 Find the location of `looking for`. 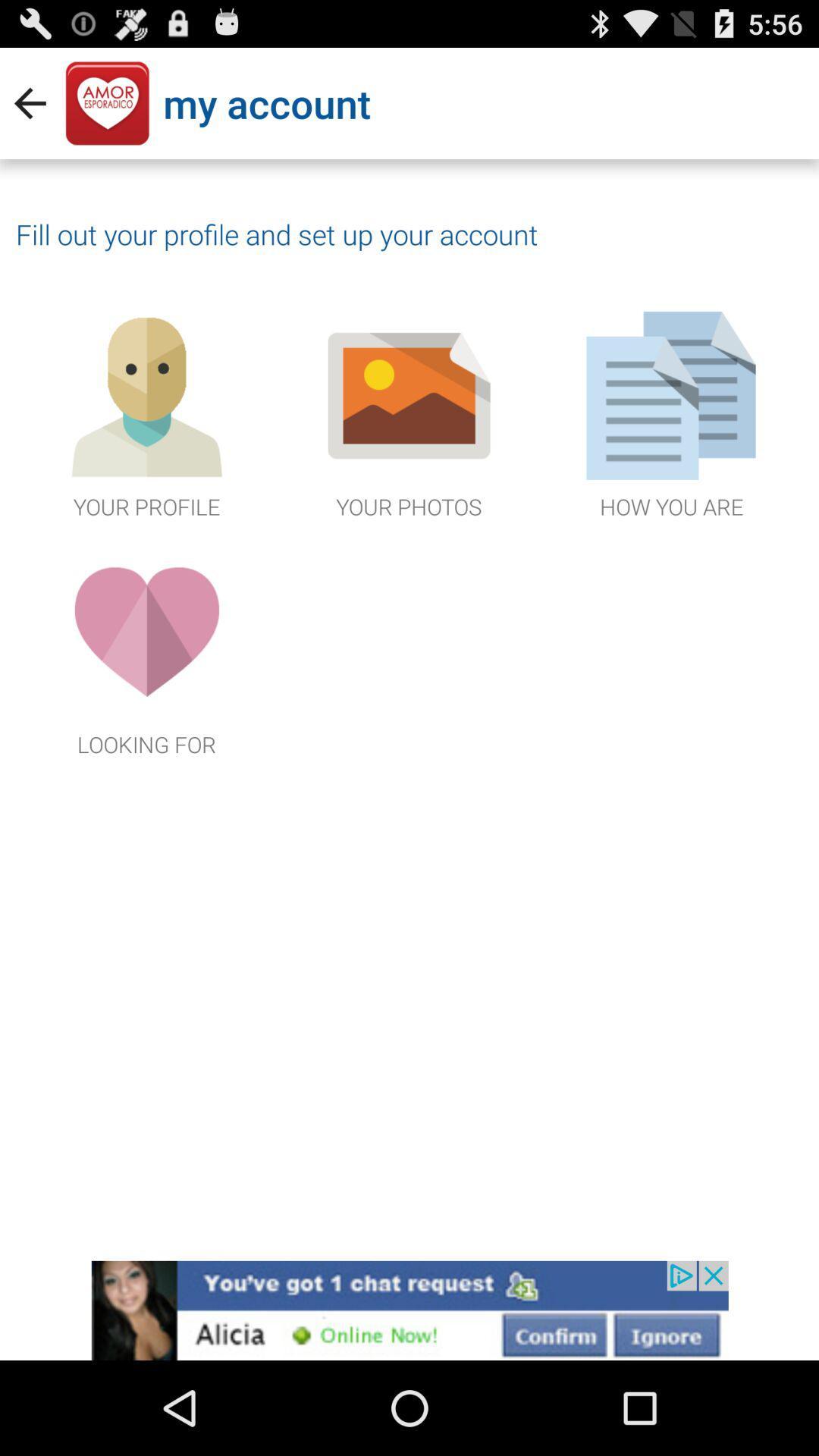

looking for is located at coordinates (146, 651).